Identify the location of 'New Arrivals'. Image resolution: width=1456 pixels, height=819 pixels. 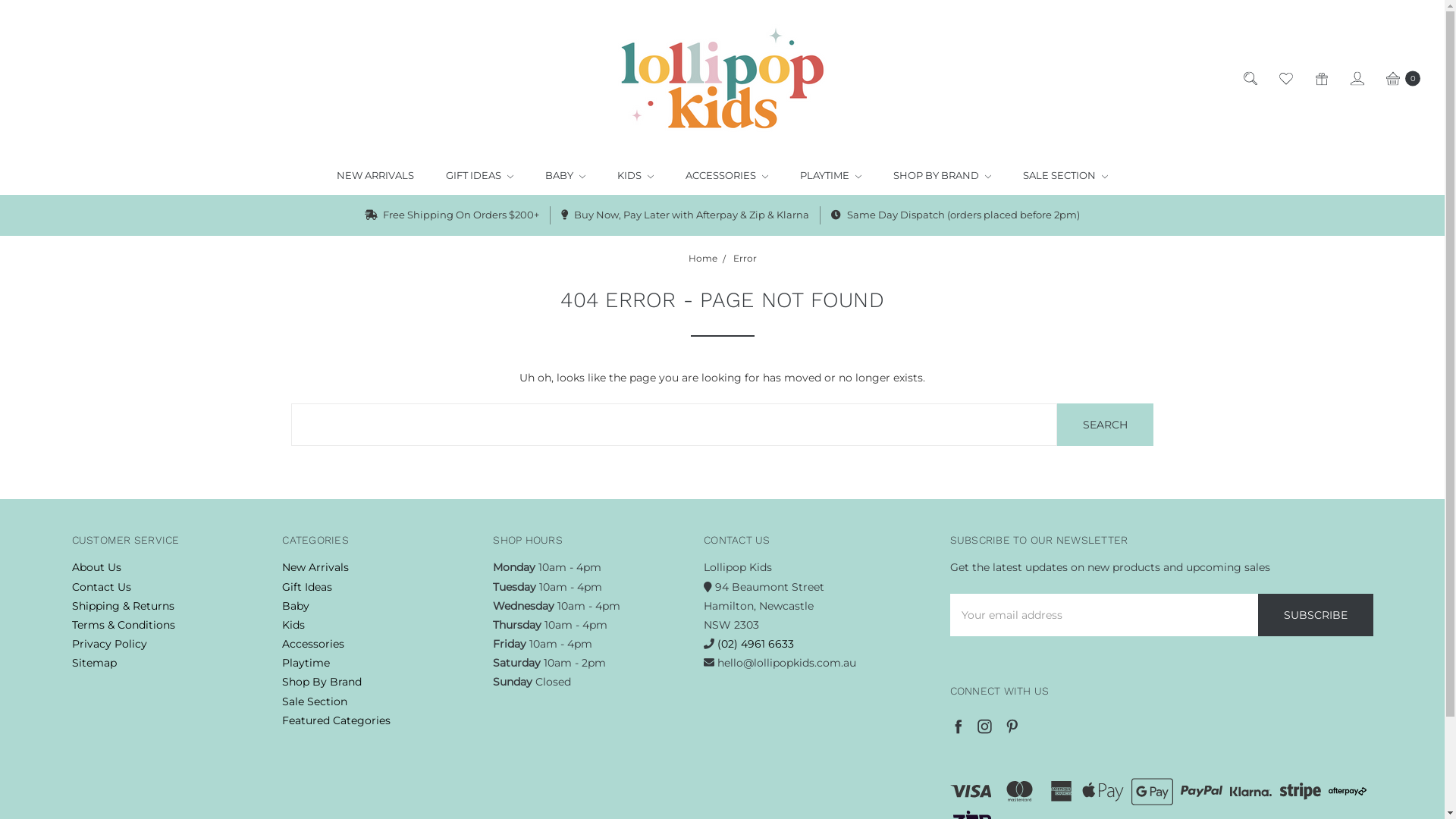
(315, 567).